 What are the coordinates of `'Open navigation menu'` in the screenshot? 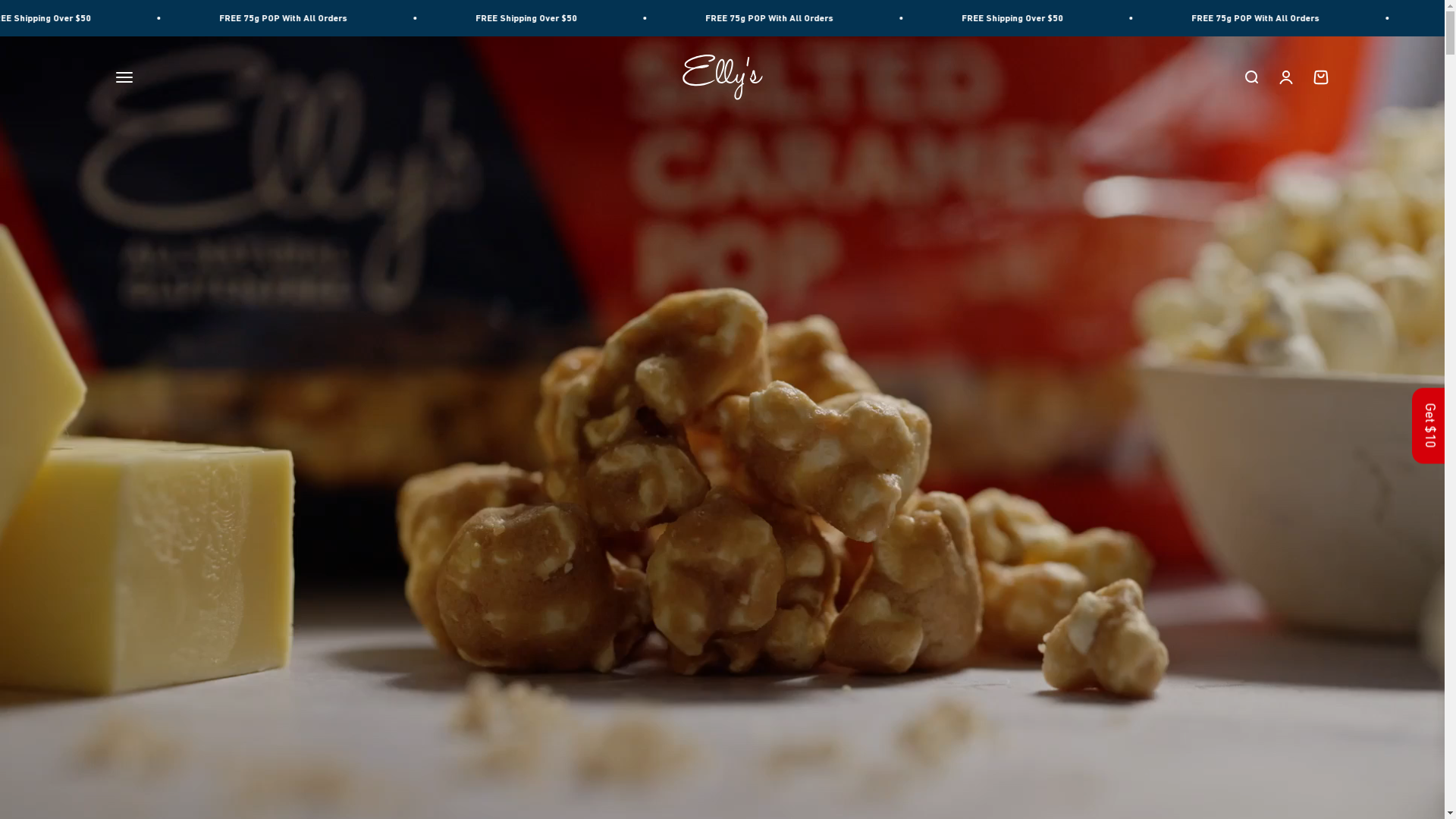 It's located at (124, 77).